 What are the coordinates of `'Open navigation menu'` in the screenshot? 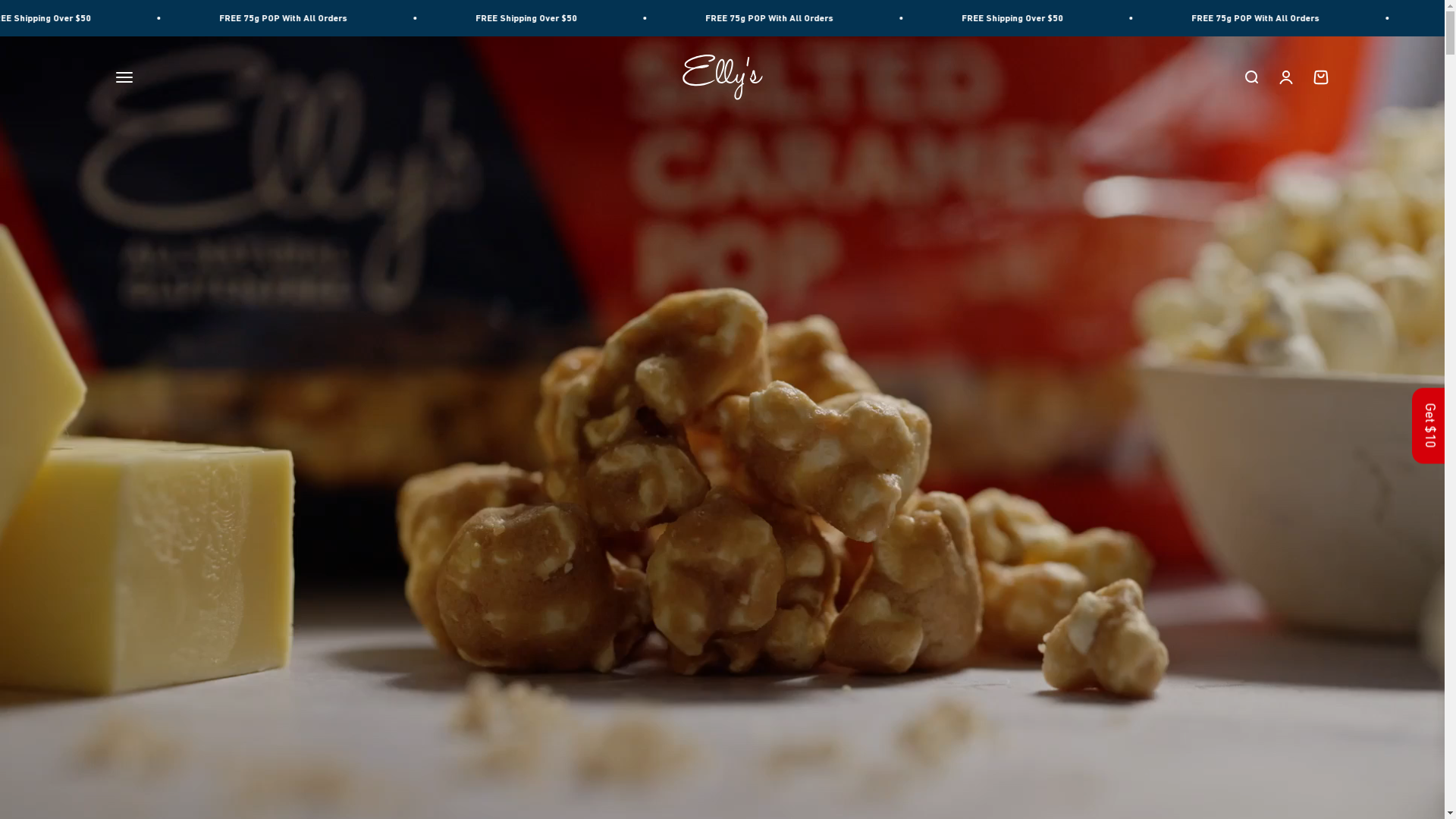 It's located at (124, 77).